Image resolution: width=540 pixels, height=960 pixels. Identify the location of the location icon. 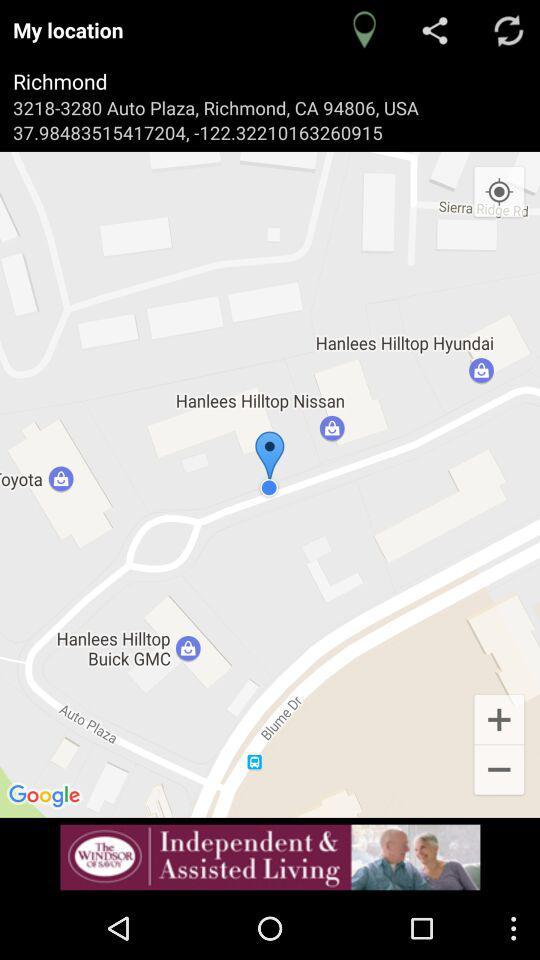
(363, 31).